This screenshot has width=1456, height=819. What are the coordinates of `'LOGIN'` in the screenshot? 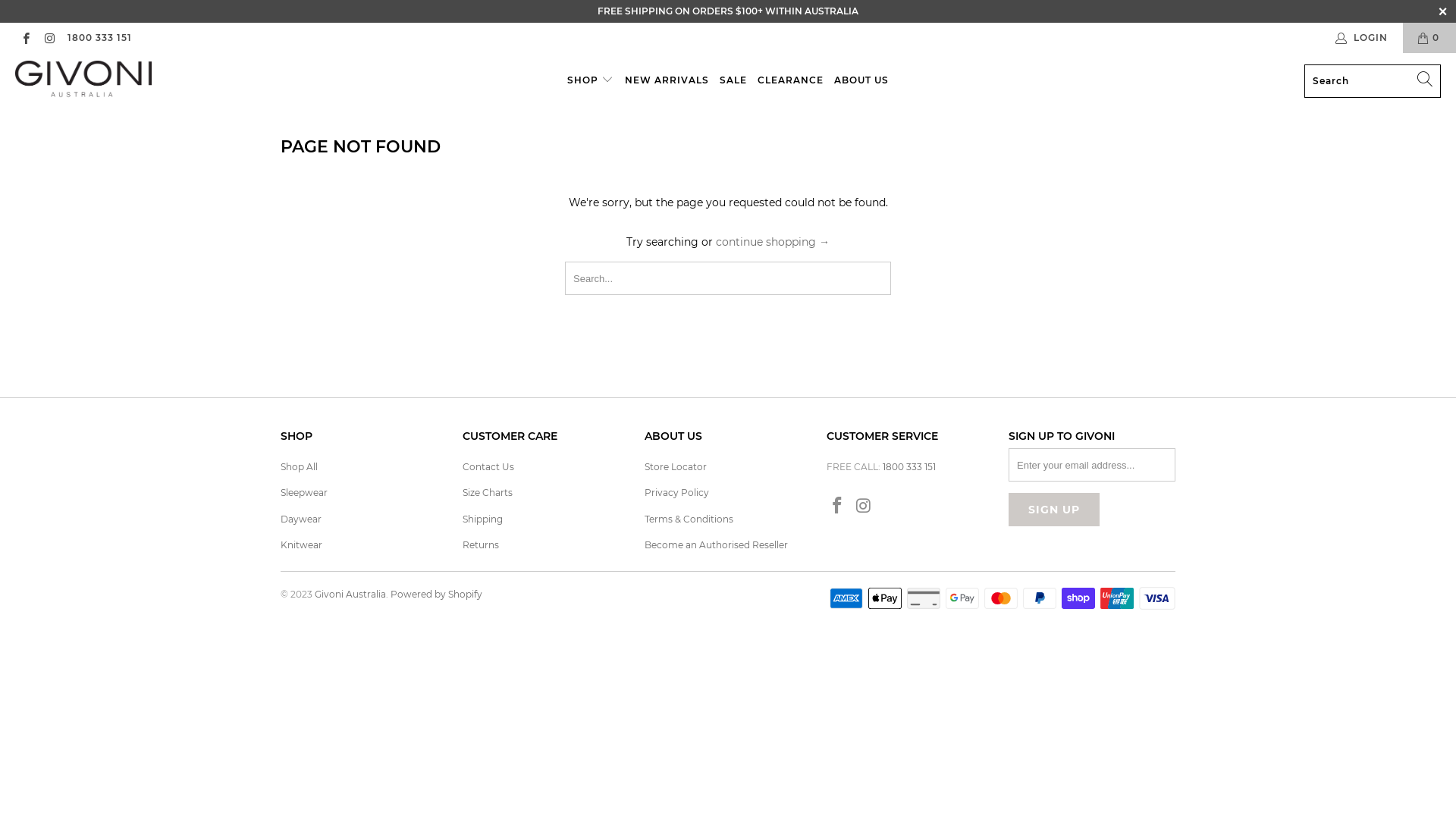 It's located at (1362, 37).